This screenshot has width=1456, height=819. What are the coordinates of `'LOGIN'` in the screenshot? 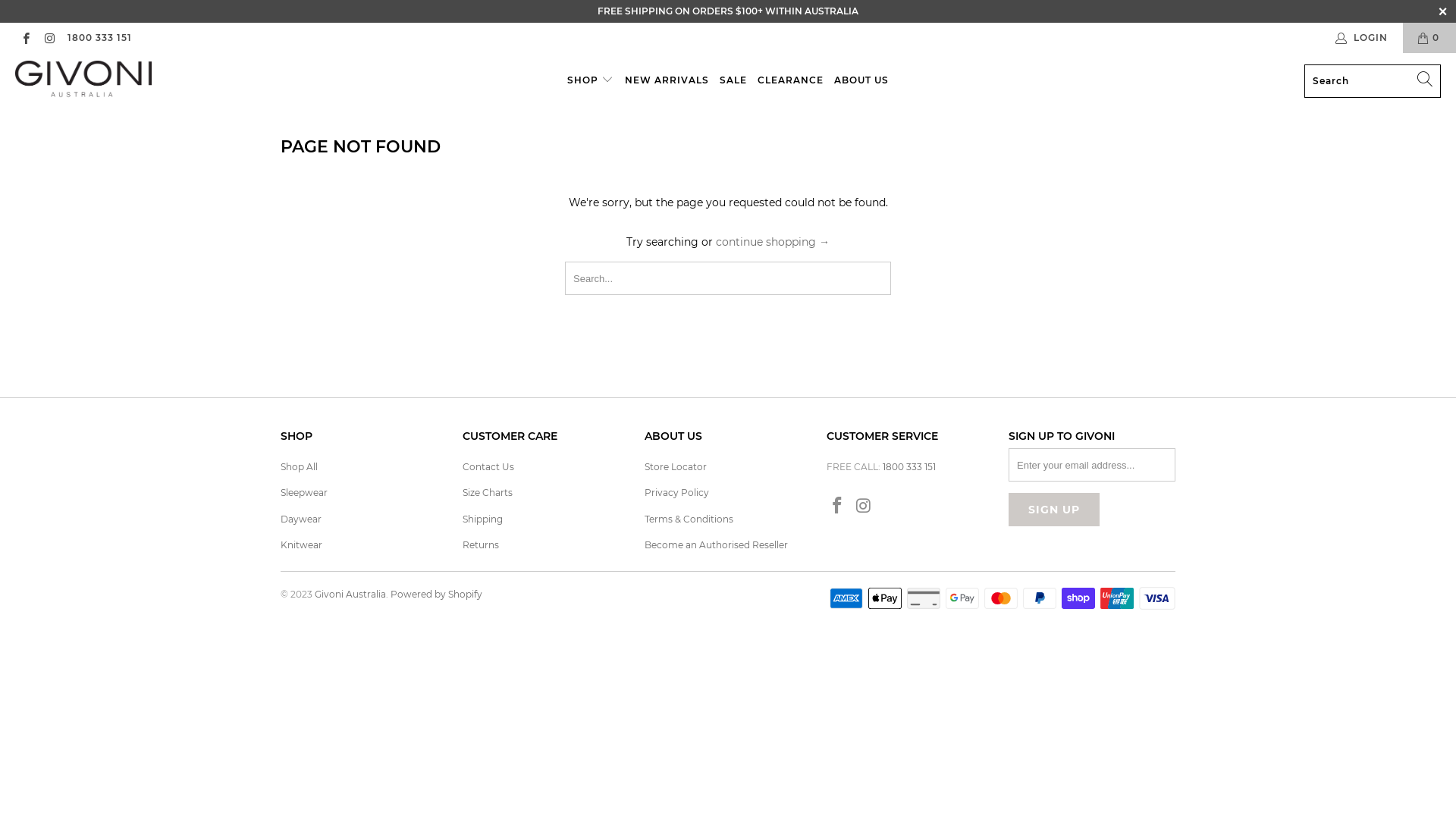 It's located at (1362, 37).